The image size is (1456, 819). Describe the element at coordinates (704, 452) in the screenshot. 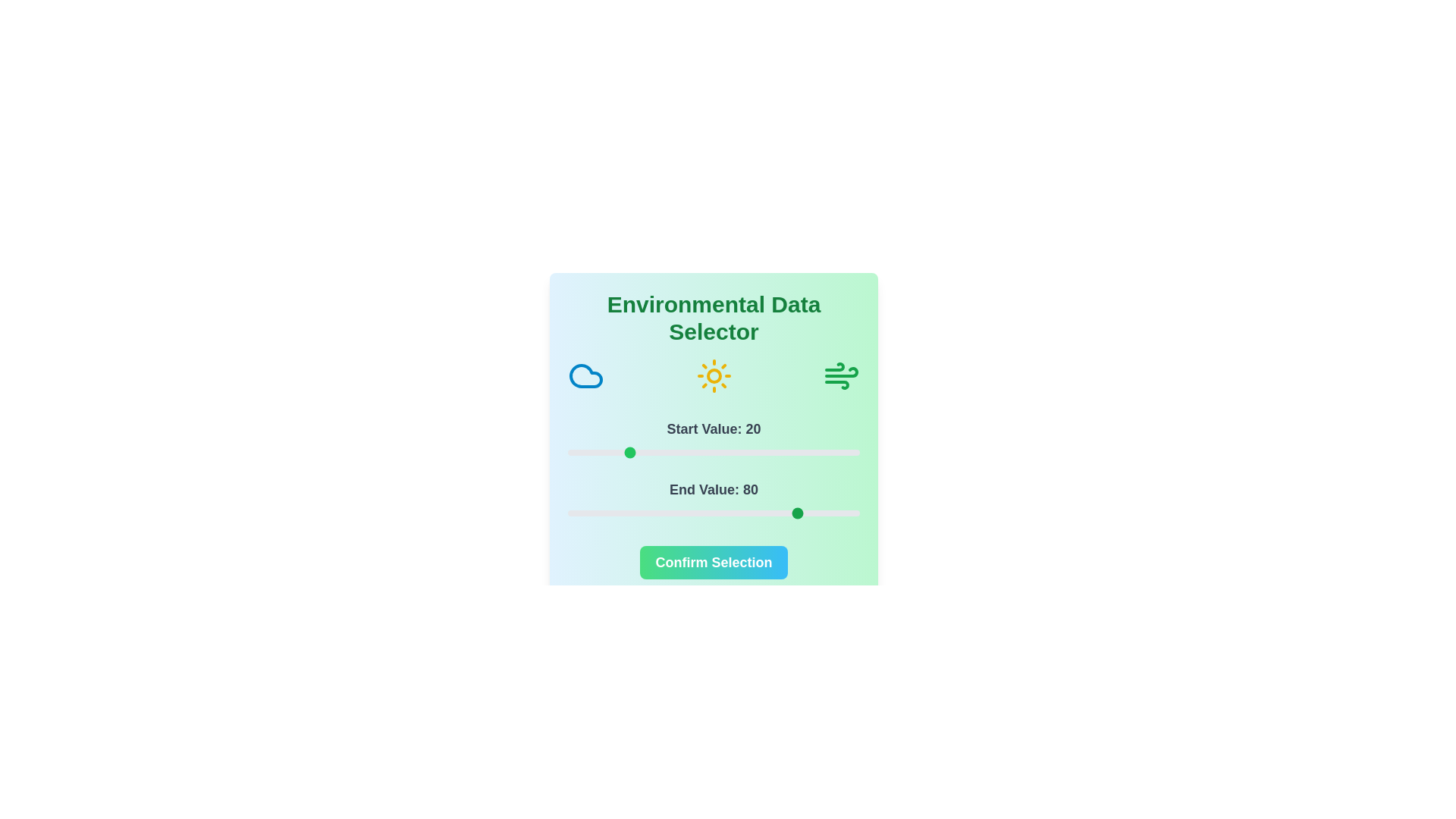

I see `the start value on the slider` at that location.